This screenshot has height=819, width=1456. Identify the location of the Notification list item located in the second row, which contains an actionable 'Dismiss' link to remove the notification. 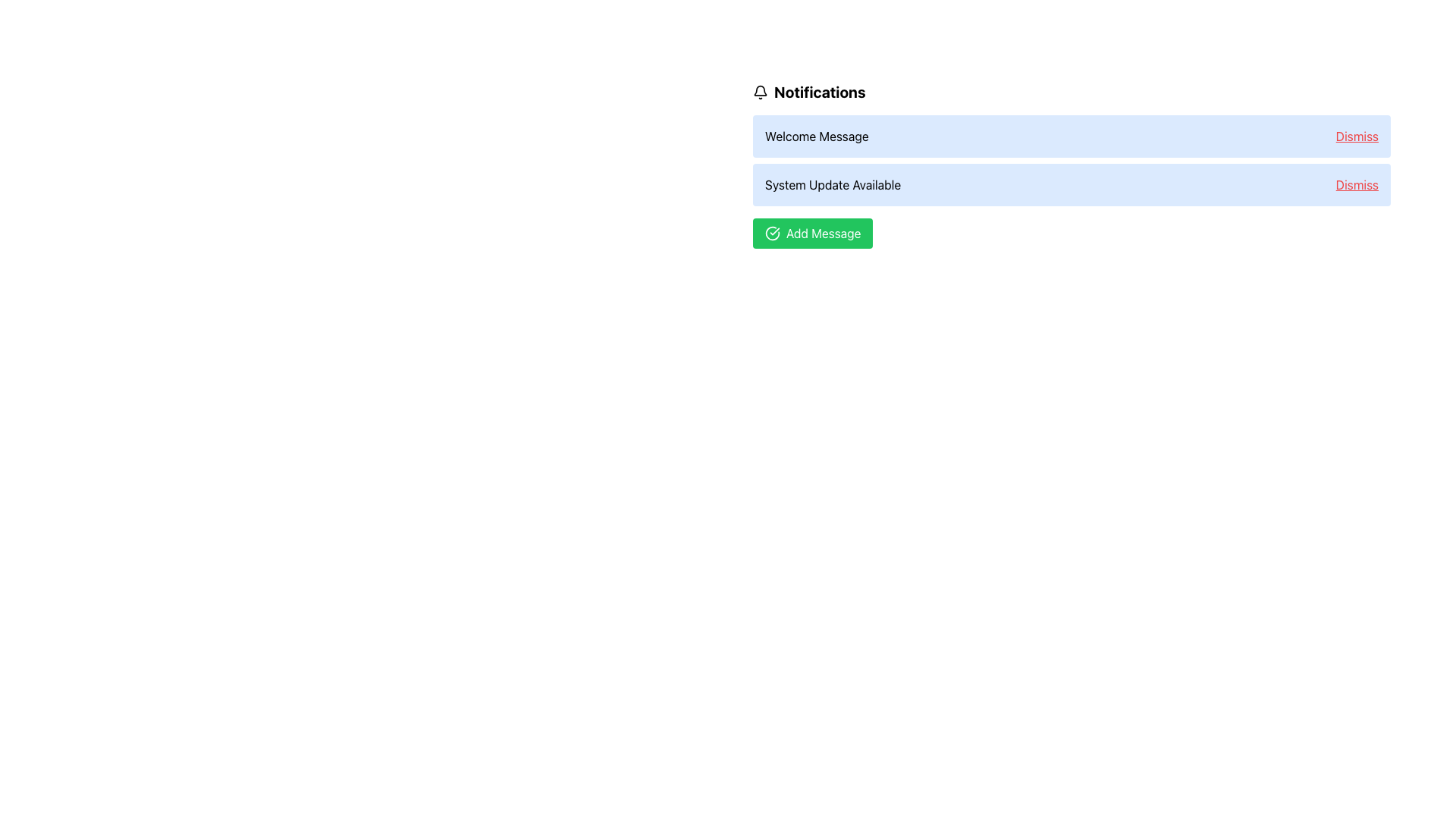
(1071, 165).